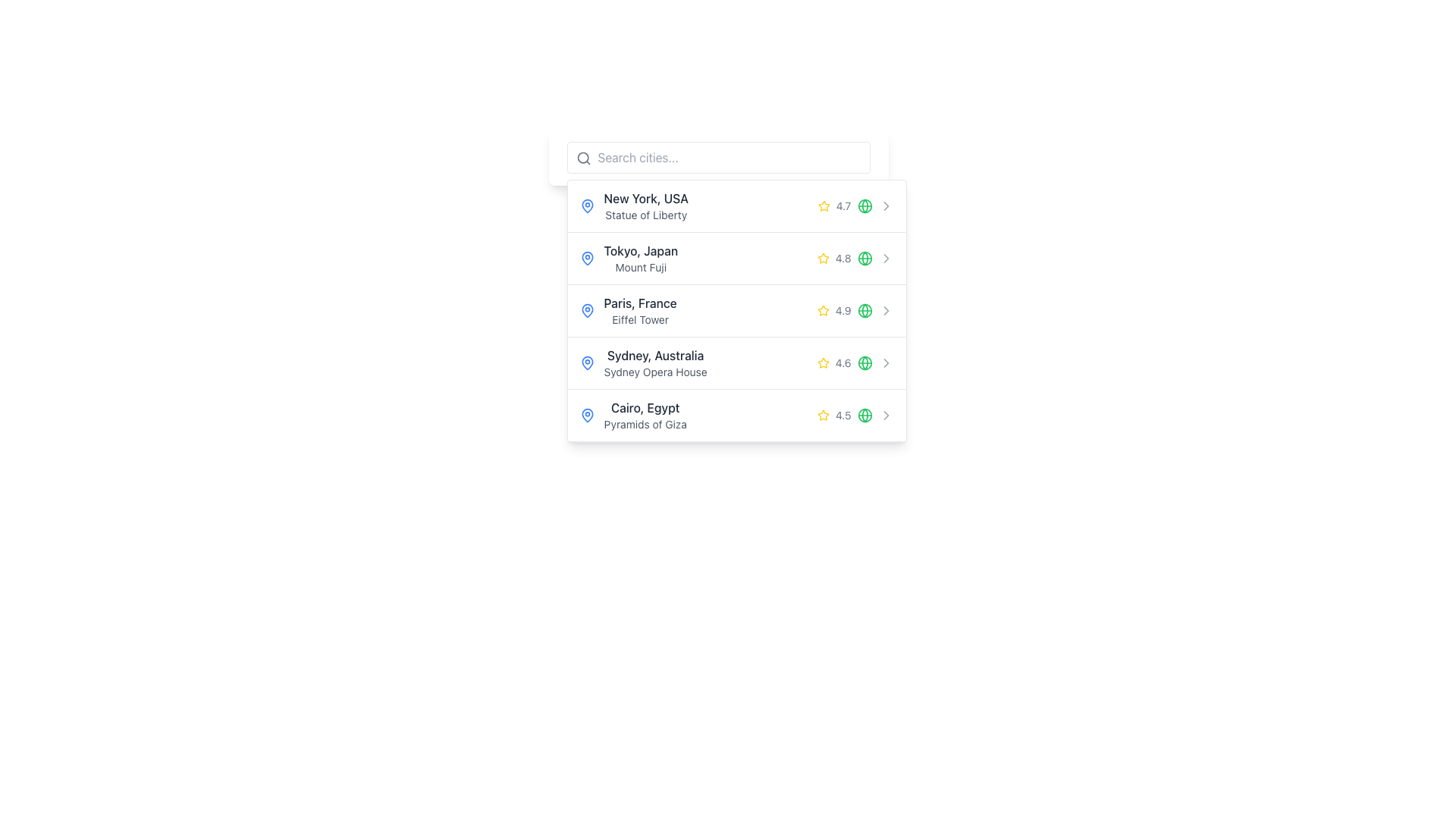  What do you see at coordinates (822, 257) in the screenshot?
I see `the star icon with a yellow fill located next to the '4.8' text in the Tokyo, Japan entry's rating section` at bounding box center [822, 257].